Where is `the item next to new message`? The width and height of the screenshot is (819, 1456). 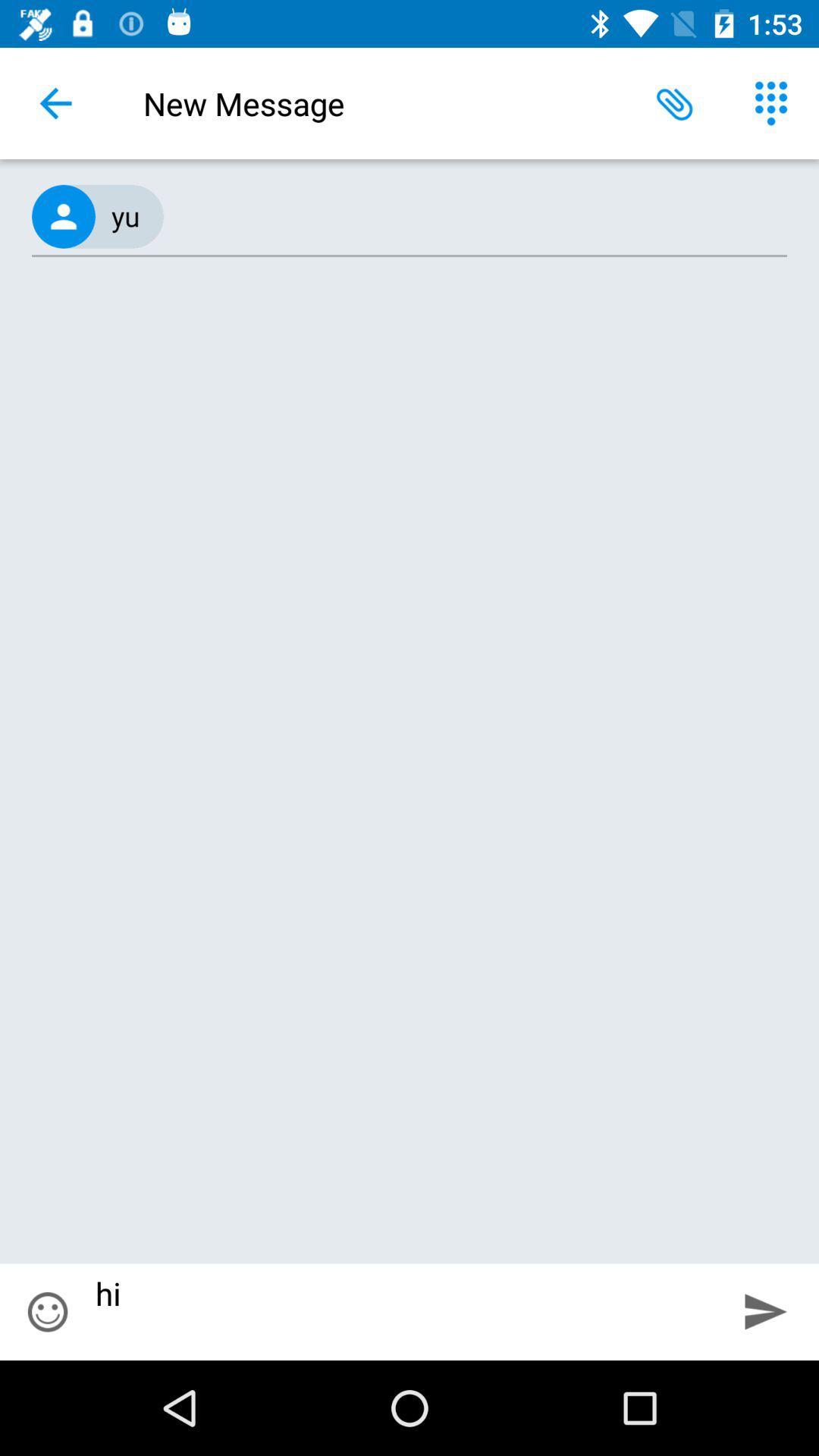 the item next to new message is located at coordinates (675, 102).